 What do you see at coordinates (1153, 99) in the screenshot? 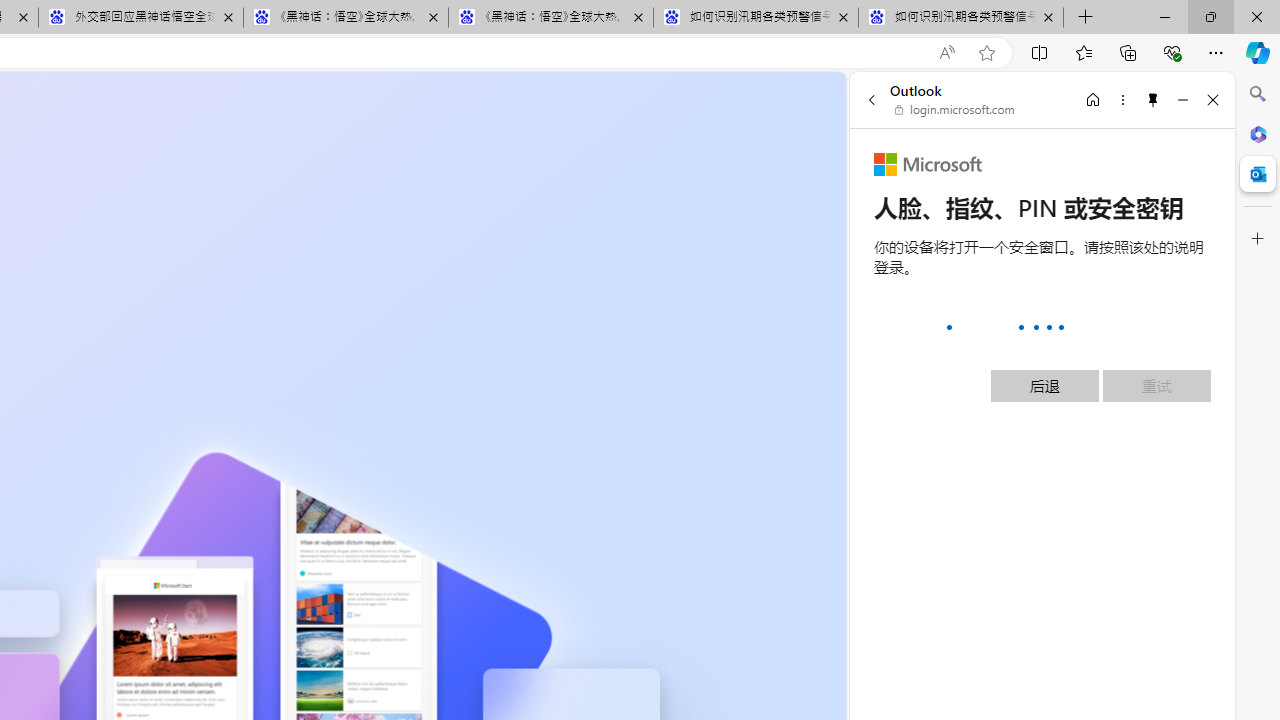
I see `'Unpin side pane'` at bounding box center [1153, 99].